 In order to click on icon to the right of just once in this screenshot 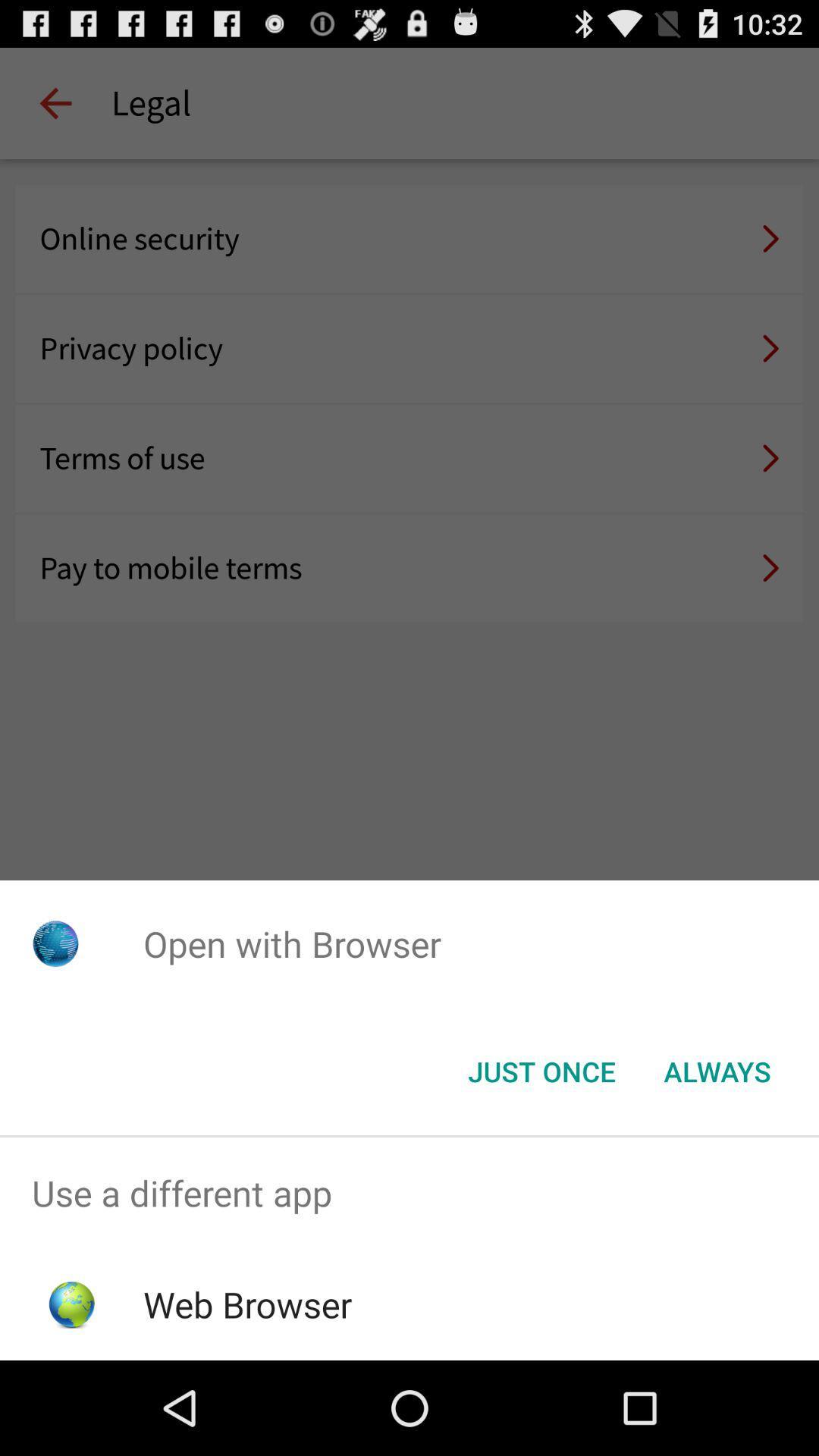, I will do `click(717, 1070)`.